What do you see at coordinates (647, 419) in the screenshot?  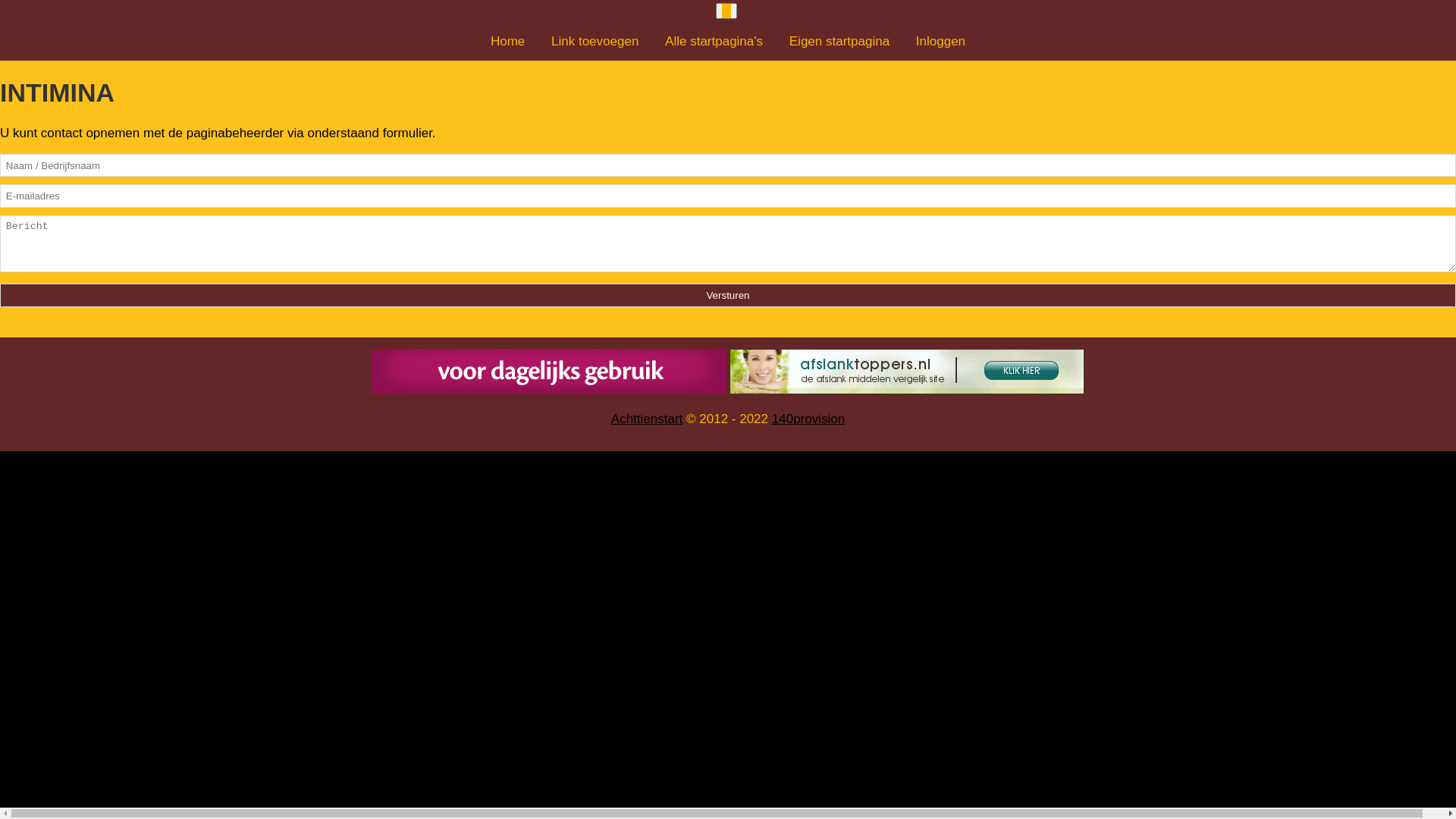 I see `'Achttienstart'` at bounding box center [647, 419].